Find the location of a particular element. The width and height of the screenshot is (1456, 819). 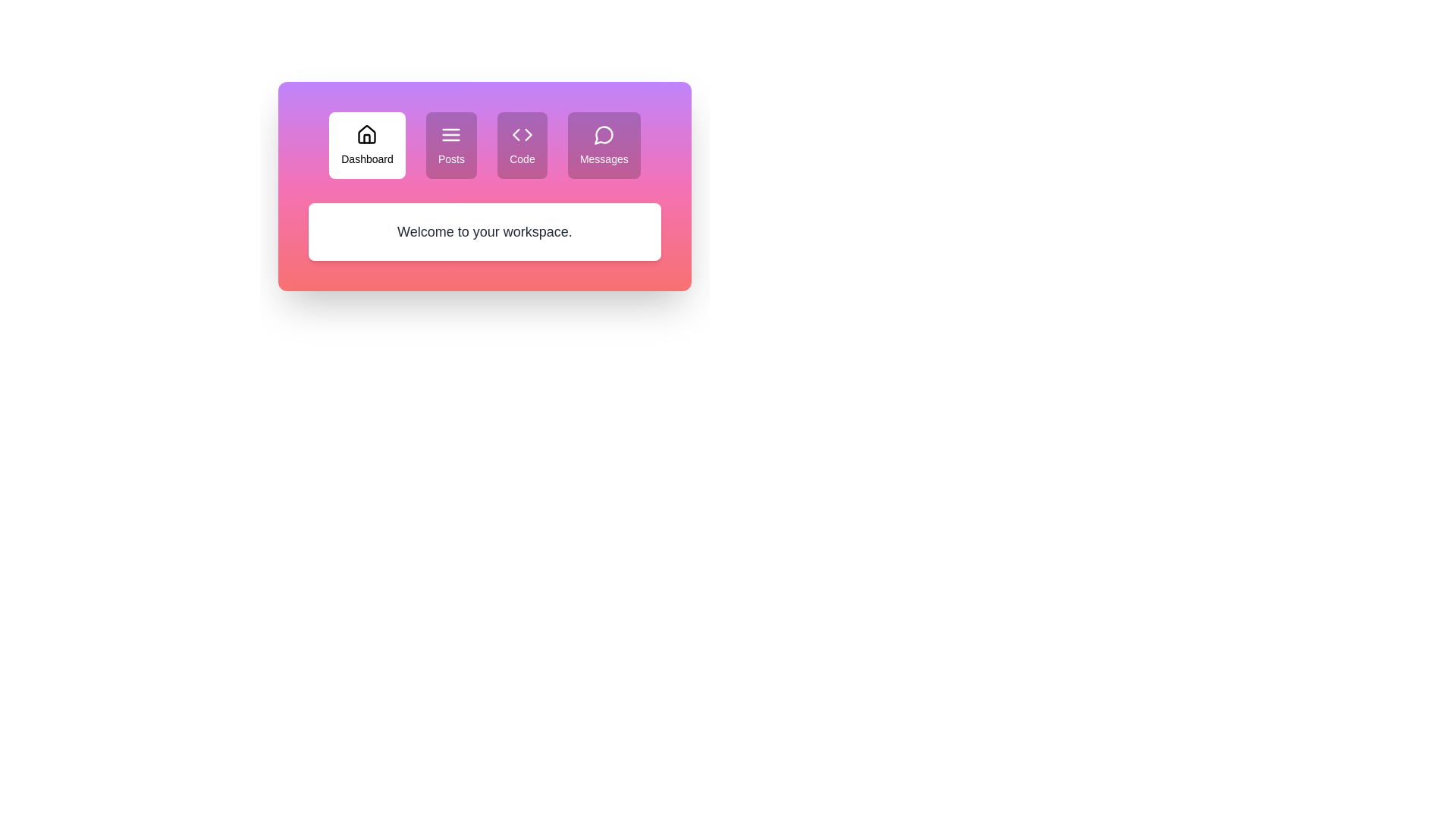

the icon of the tab labeled Code is located at coordinates (522, 133).